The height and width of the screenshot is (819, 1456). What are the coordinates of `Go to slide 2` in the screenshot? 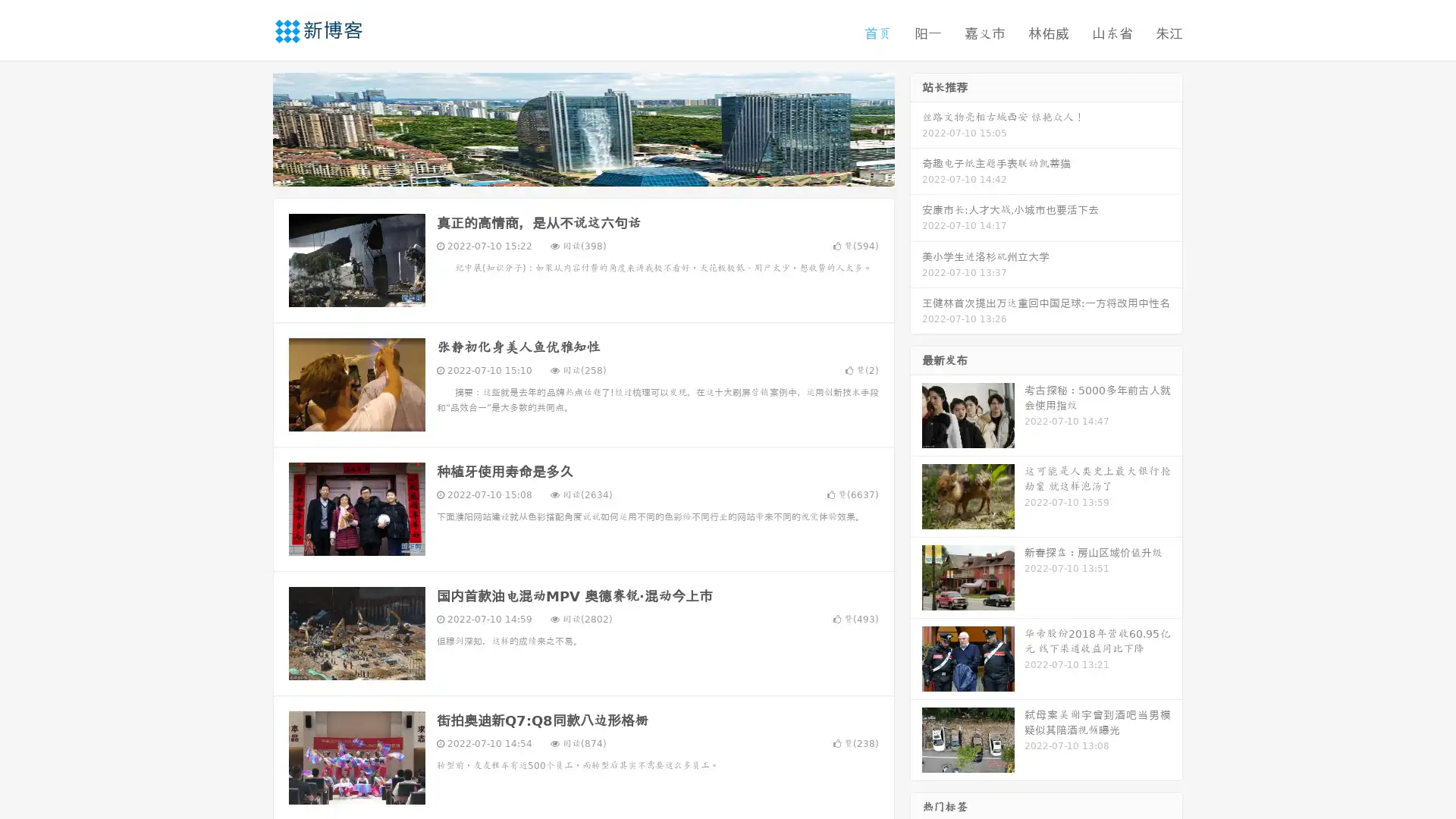 It's located at (582, 171).